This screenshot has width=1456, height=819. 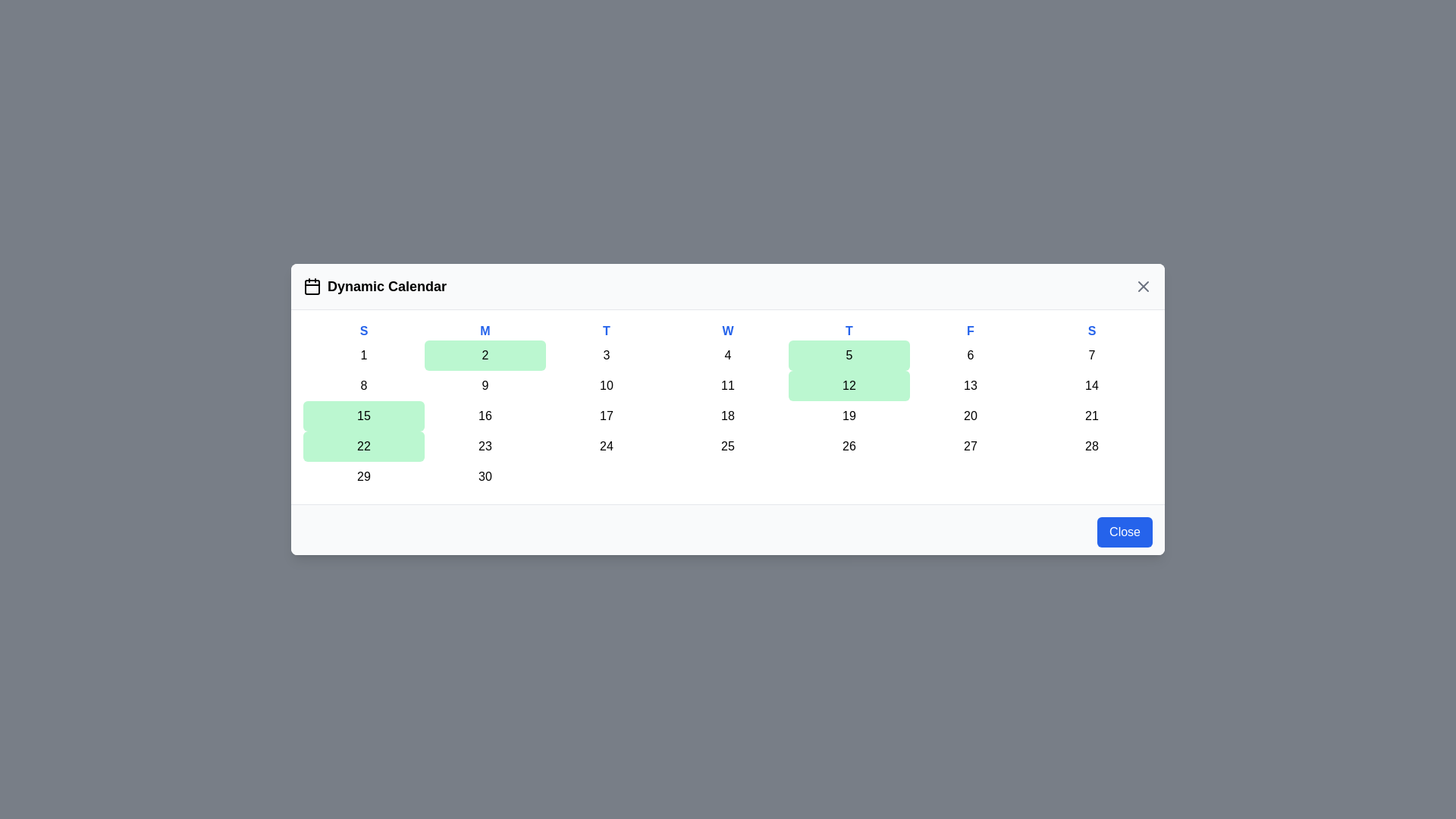 I want to click on the day cell corresponding to 15, so click(x=364, y=416).